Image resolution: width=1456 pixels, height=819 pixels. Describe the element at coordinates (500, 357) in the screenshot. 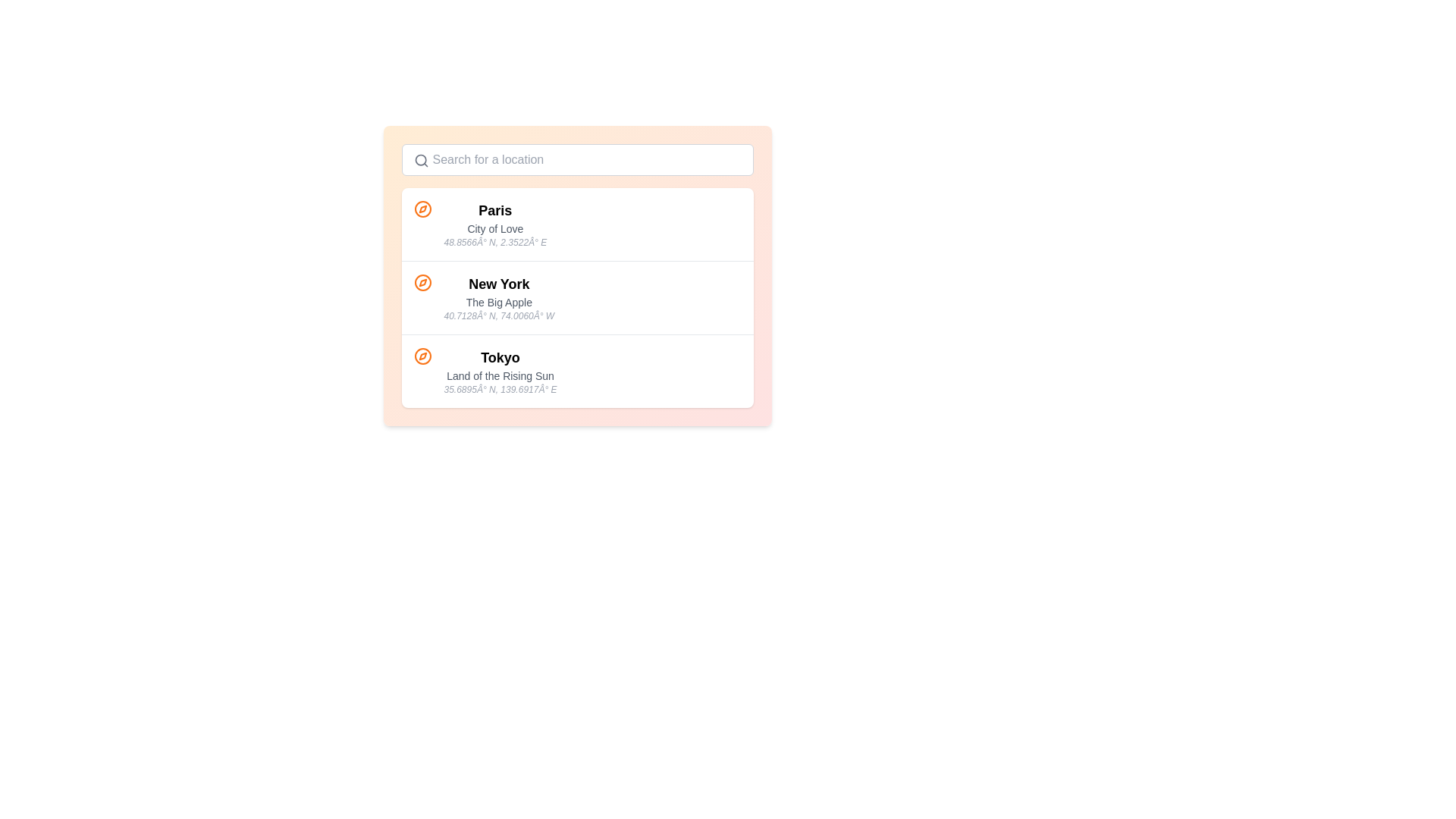

I see `the text label identifying 'Tokyo', which is the primary title of the third entry in a list of locations` at that location.